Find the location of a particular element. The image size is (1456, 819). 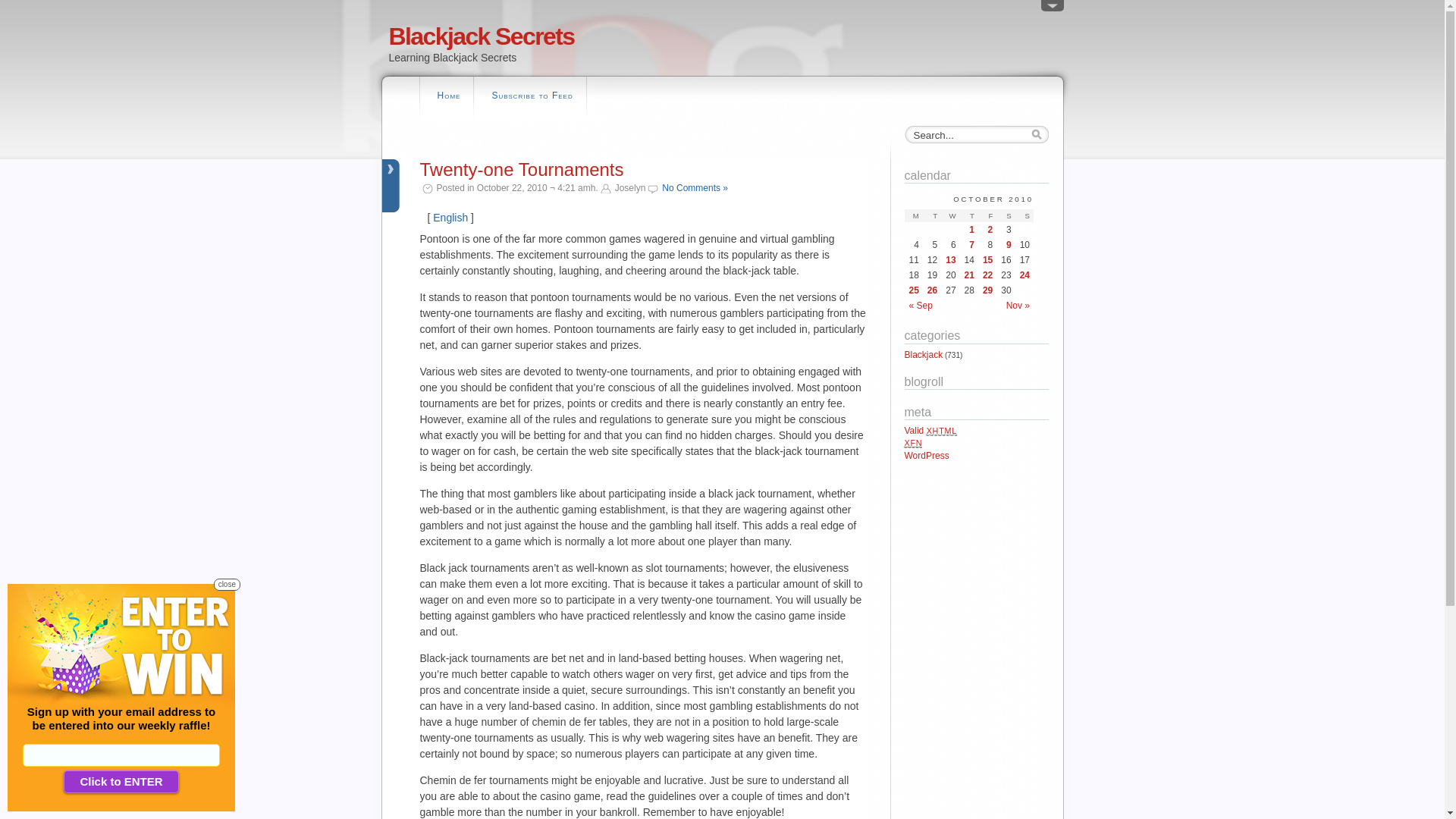

'26' is located at coordinates (931, 290).